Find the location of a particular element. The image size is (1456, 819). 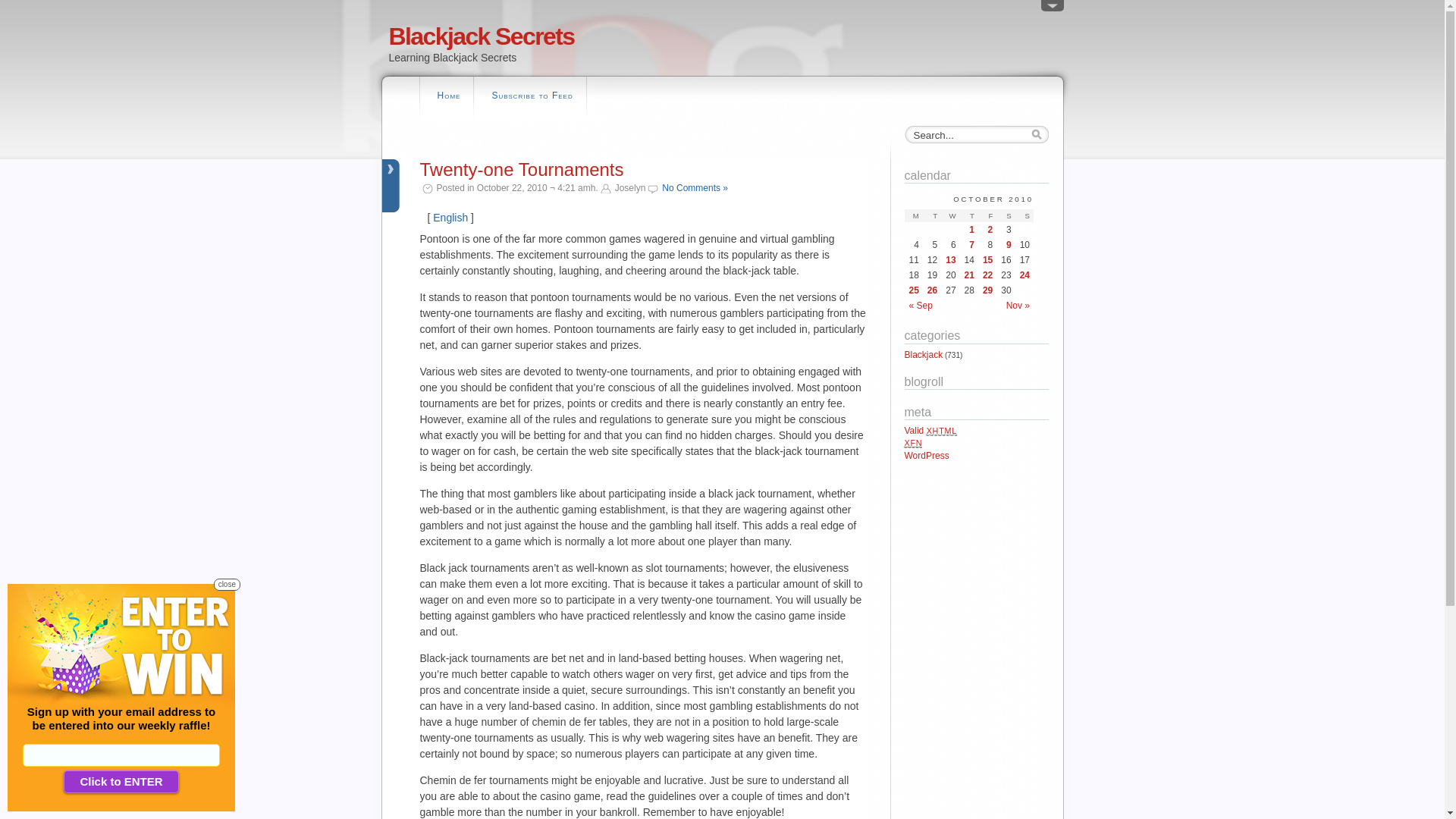

'26' is located at coordinates (931, 290).